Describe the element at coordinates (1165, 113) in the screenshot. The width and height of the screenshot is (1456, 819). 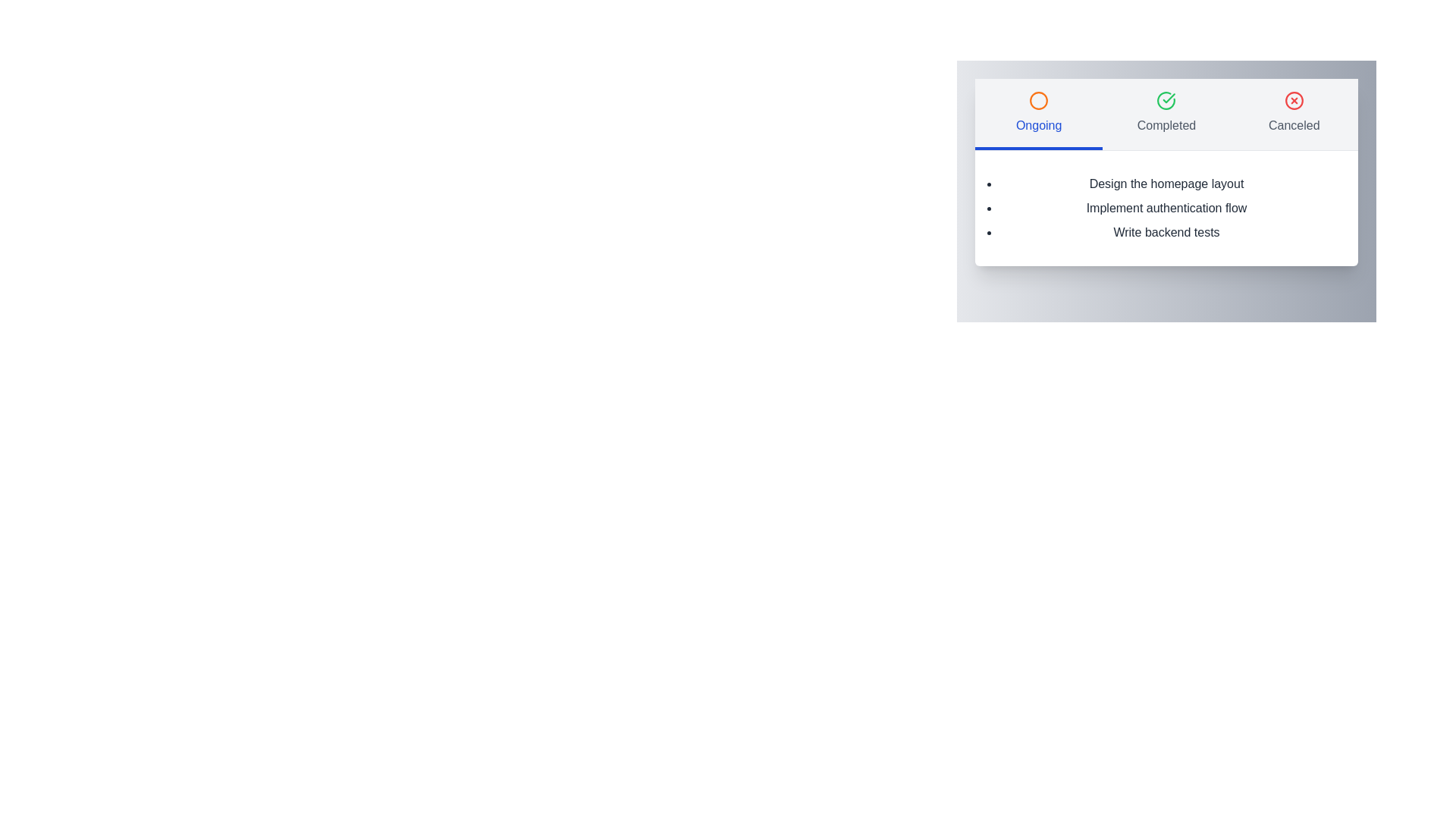
I see `the Completed tab by clicking on its button` at that location.